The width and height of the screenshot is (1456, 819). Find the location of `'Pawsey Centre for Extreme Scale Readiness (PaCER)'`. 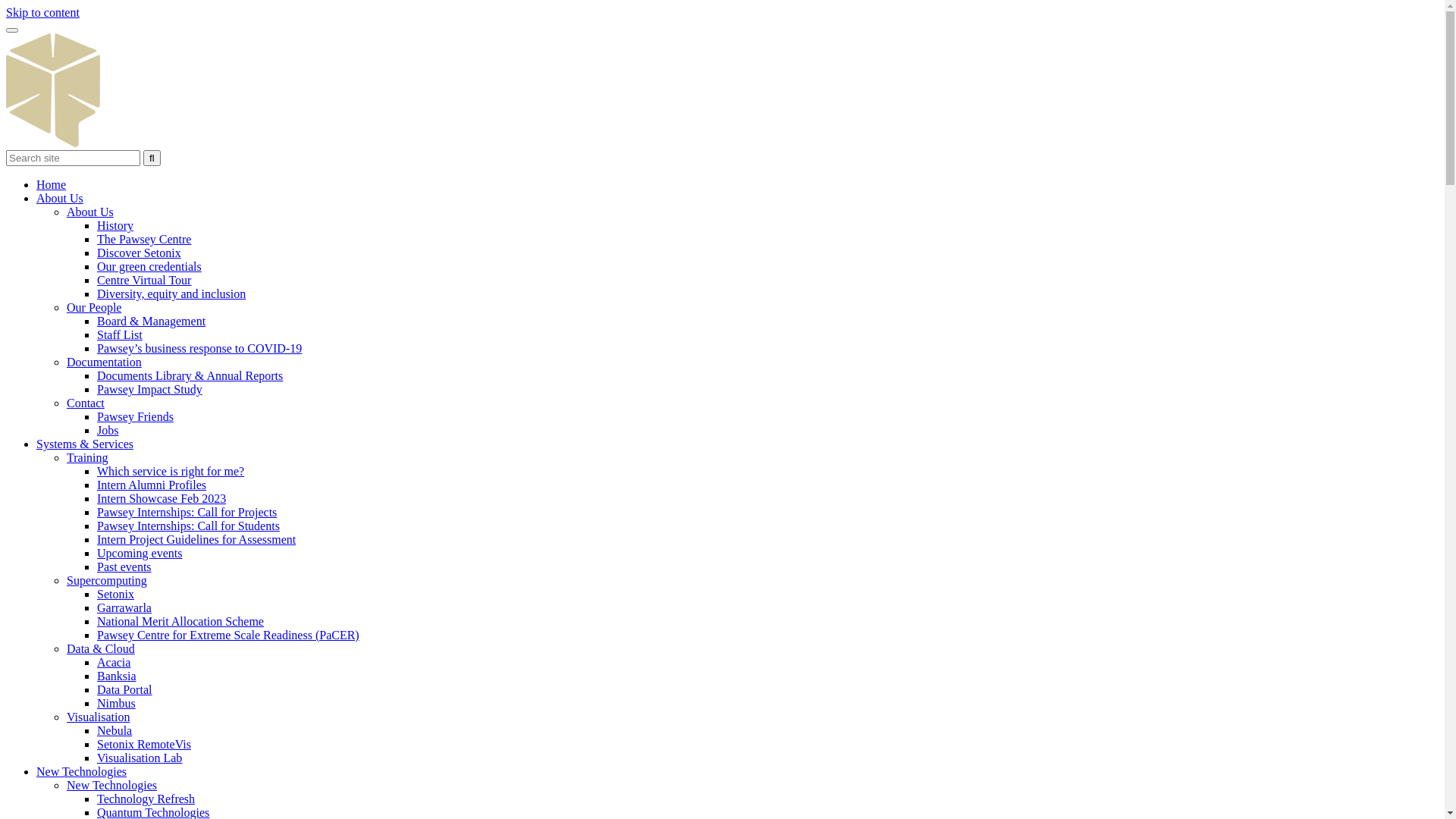

'Pawsey Centre for Extreme Scale Readiness (PaCER)' is located at coordinates (227, 635).